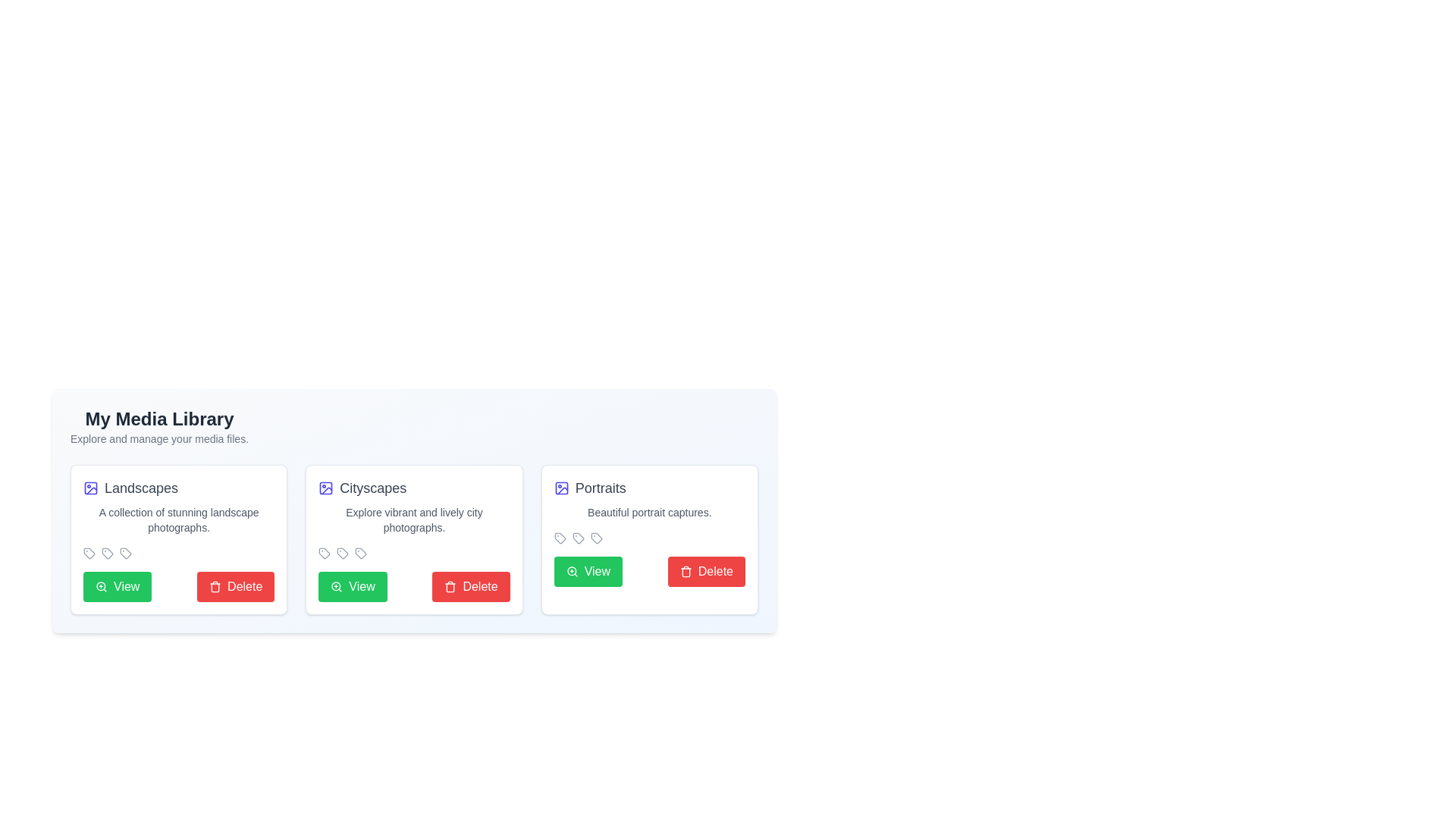 This screenshot has height=819, width=1456. I want to click on the static text element that describes 'Explore and manage your media files.' positioned beneath the title 'My Media Library.', so click(159, 438).